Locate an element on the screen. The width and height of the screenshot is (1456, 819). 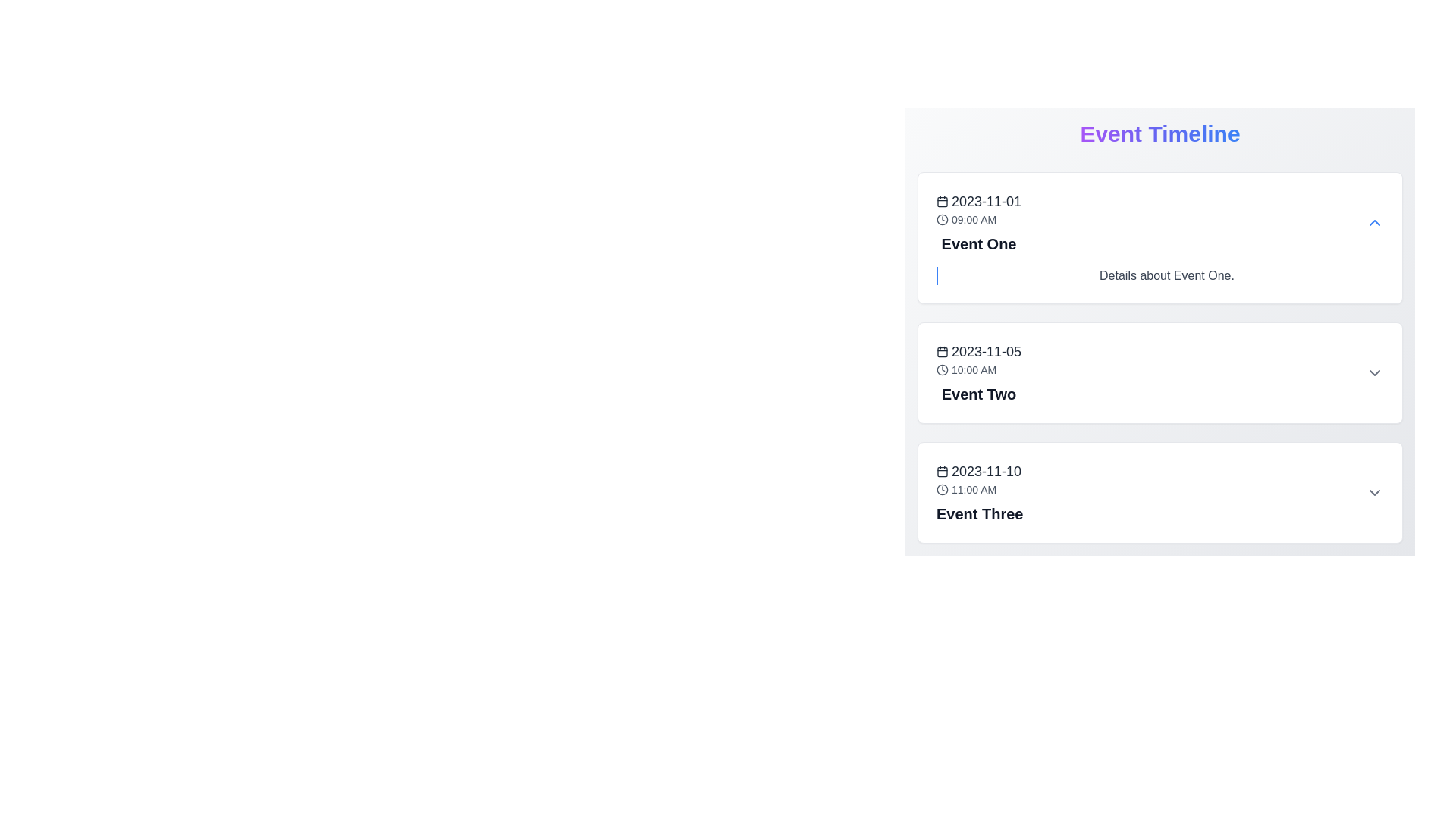
the event entry is located at coordinates (980, 493).